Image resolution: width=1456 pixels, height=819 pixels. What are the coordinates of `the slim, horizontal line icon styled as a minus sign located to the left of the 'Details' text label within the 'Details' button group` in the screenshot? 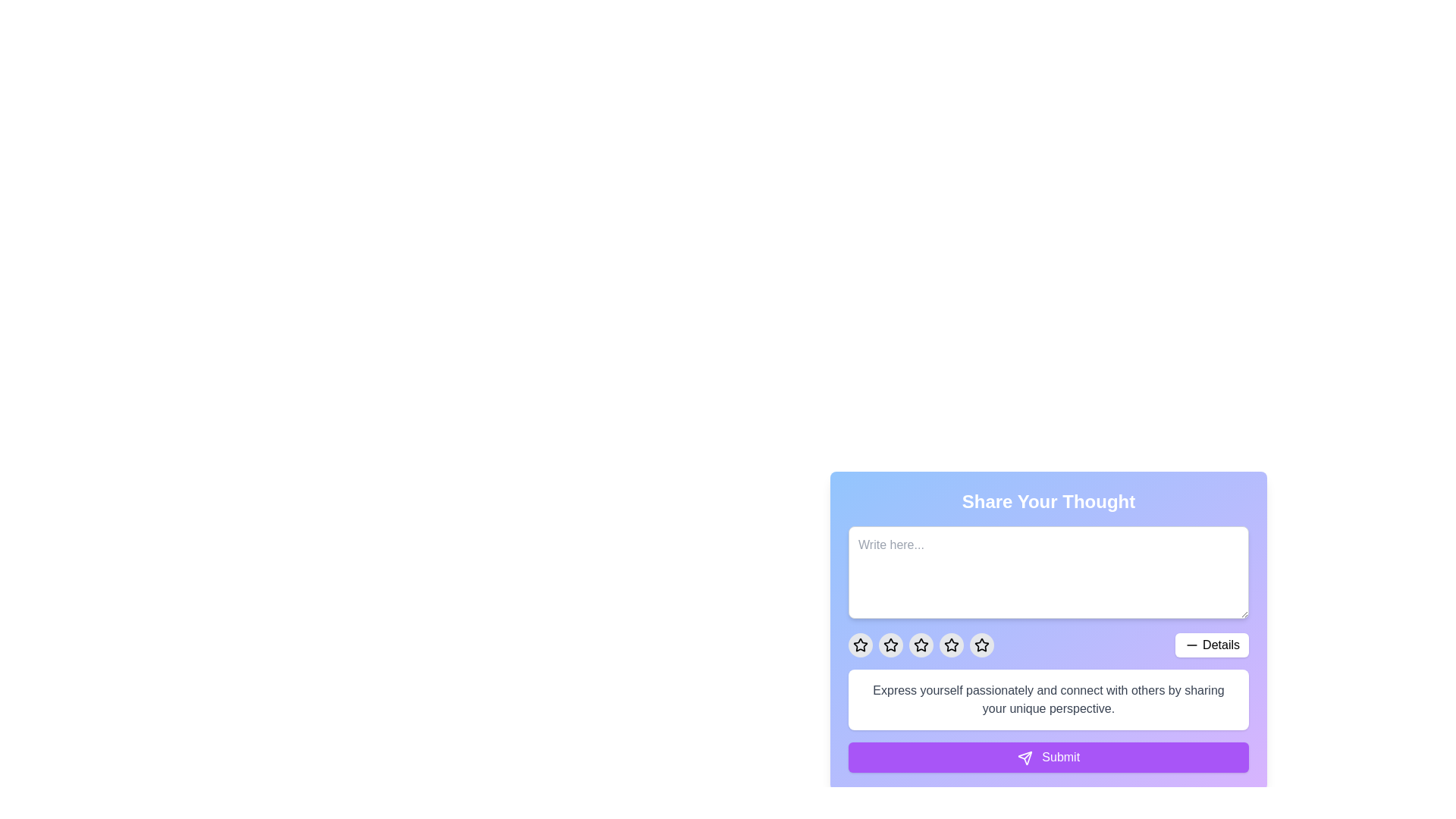 It's located at (1191, 645).